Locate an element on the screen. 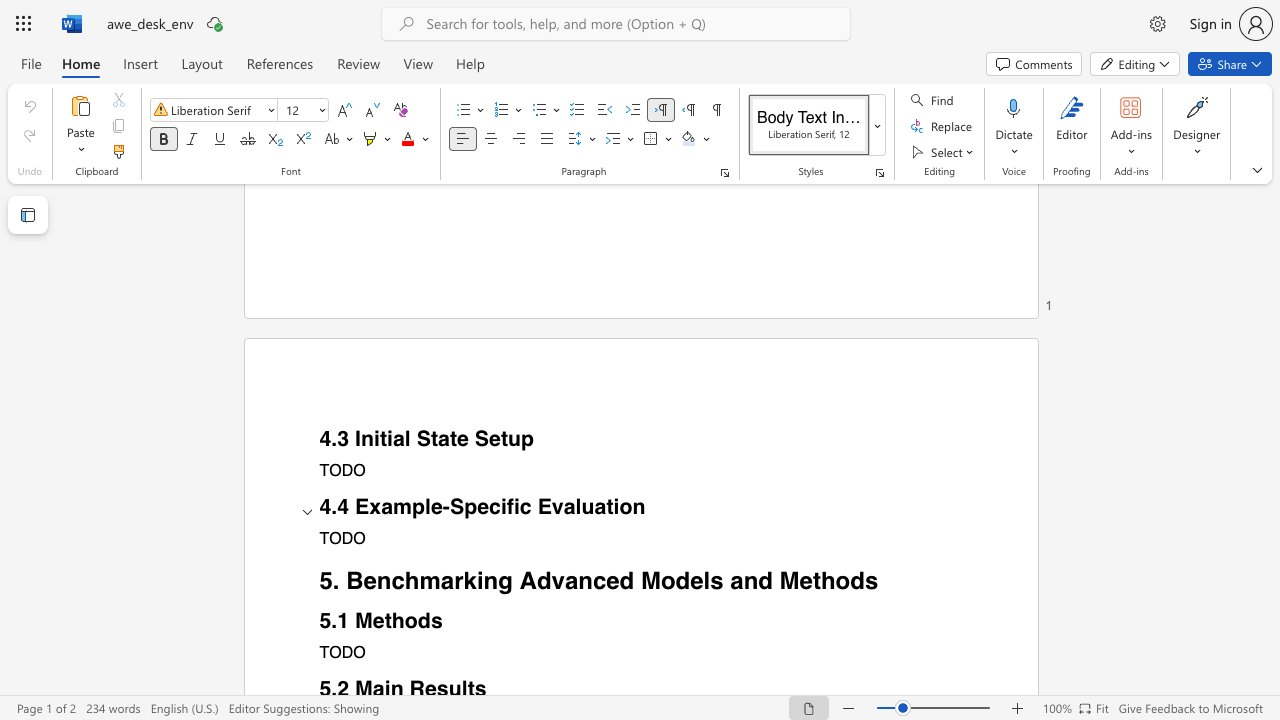 The width and height of the screenshot is (1280, 720). the 2th character "s" in the text is located at coordinates (871, 580).